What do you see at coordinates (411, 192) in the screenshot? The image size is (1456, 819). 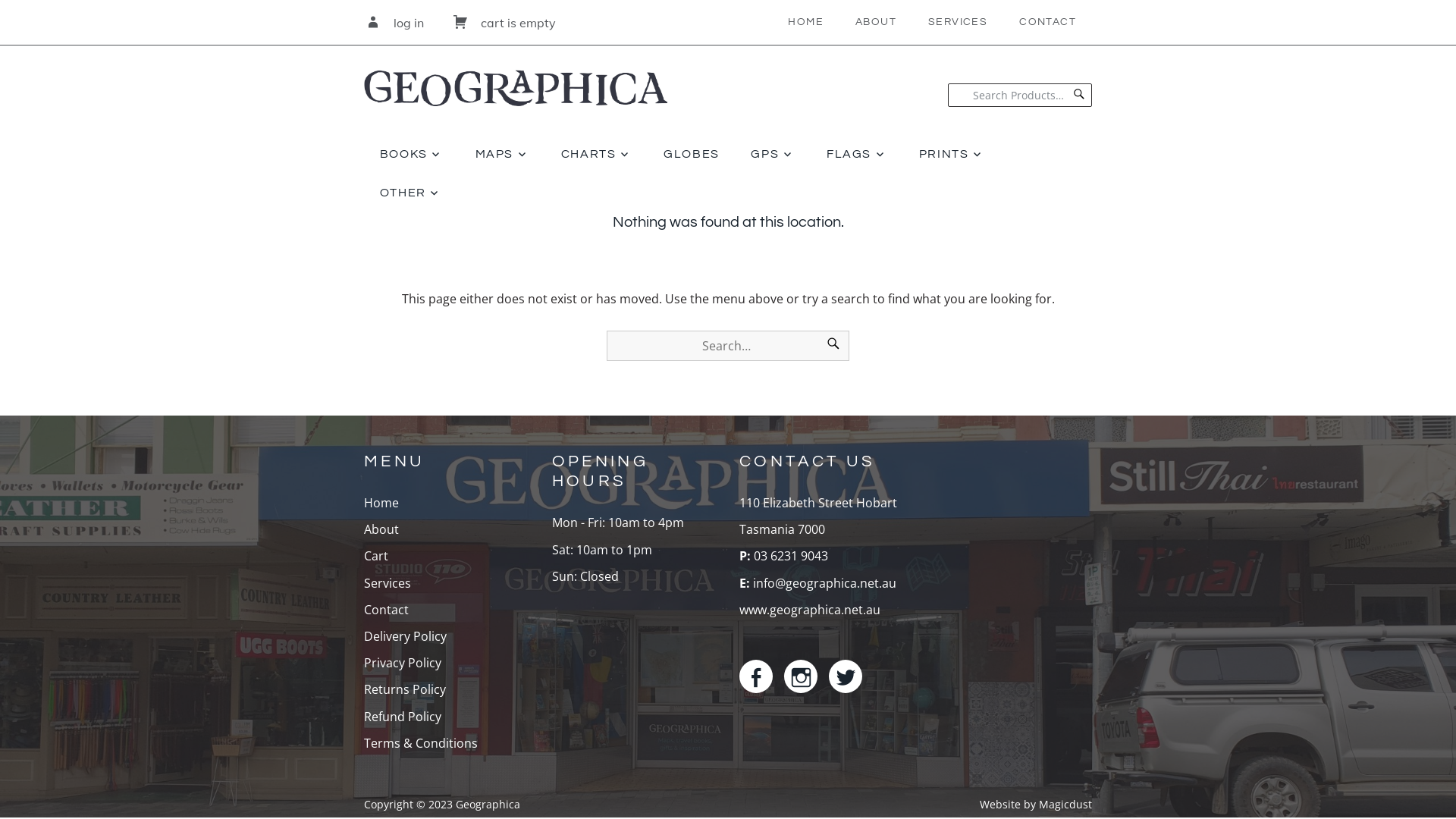 I see `'OTHER'` at bounding box center [411, 192].